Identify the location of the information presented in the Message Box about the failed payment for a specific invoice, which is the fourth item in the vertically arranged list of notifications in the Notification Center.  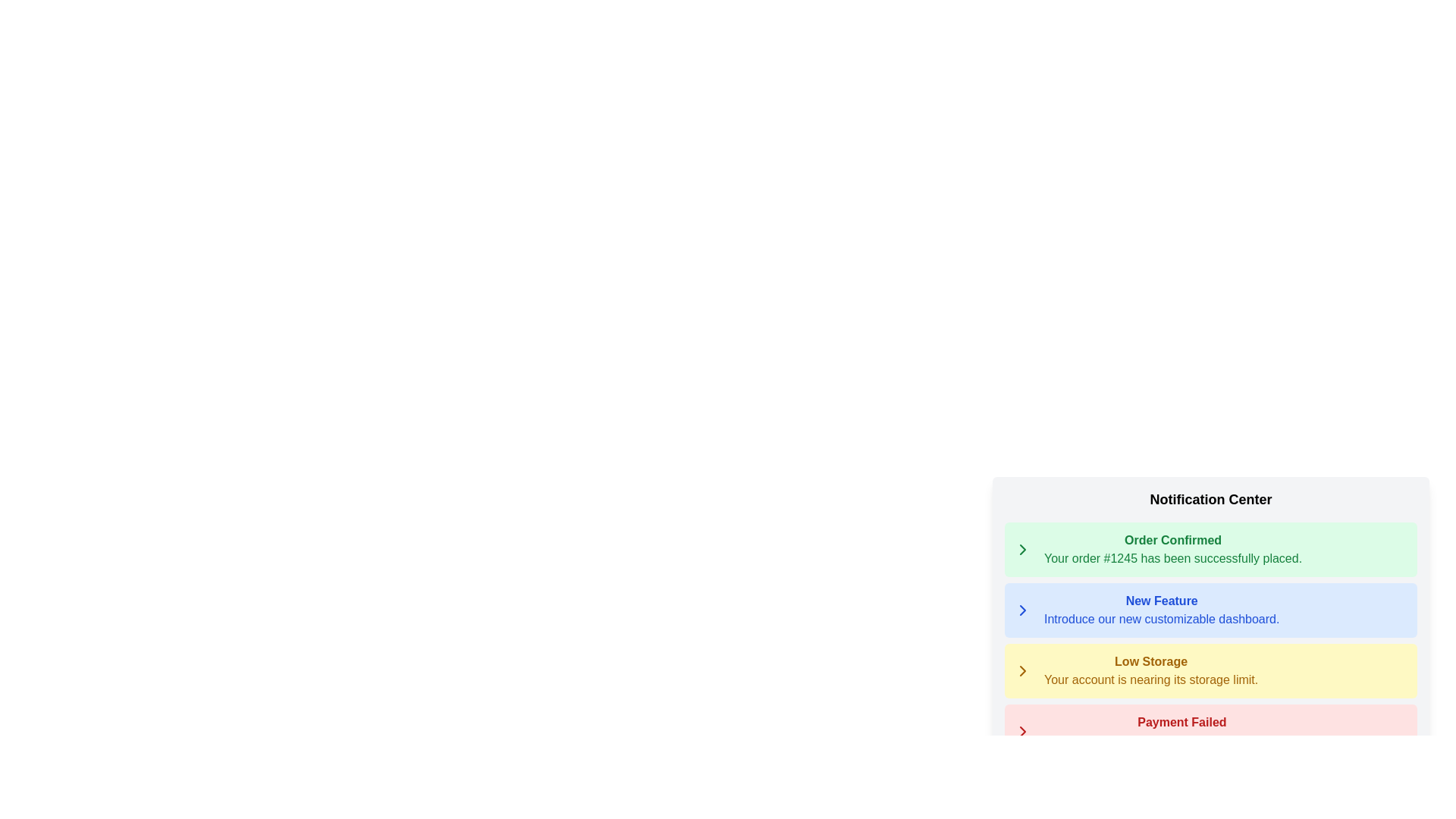
(1210, 730).